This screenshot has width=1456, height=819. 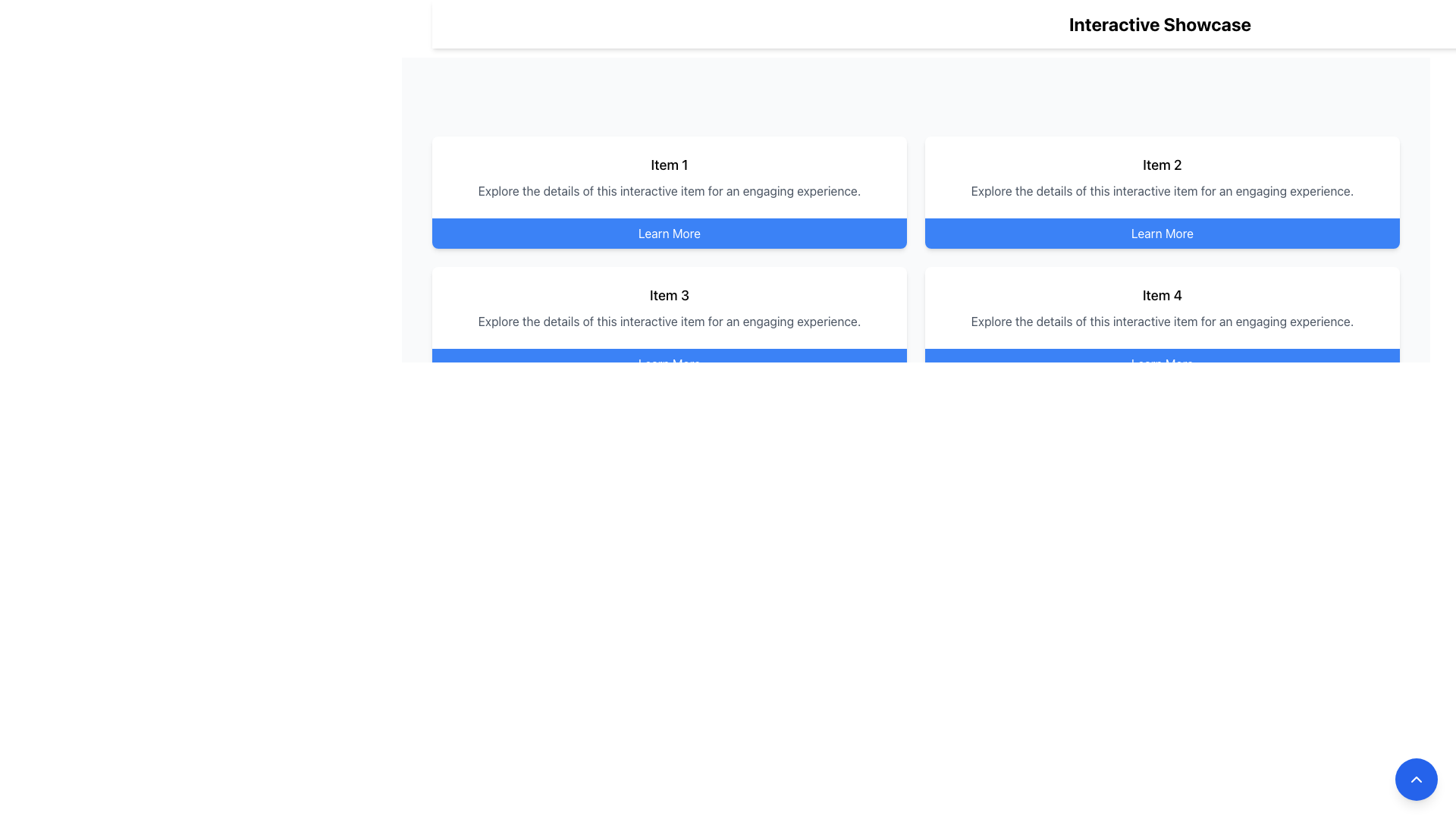 What do you see at coordinates (1161, 165) in the screenshot?
I see `the title text element located at the top-right quadrant of the second card in the first row of the grid layout` at bounding box center [1161, 165].